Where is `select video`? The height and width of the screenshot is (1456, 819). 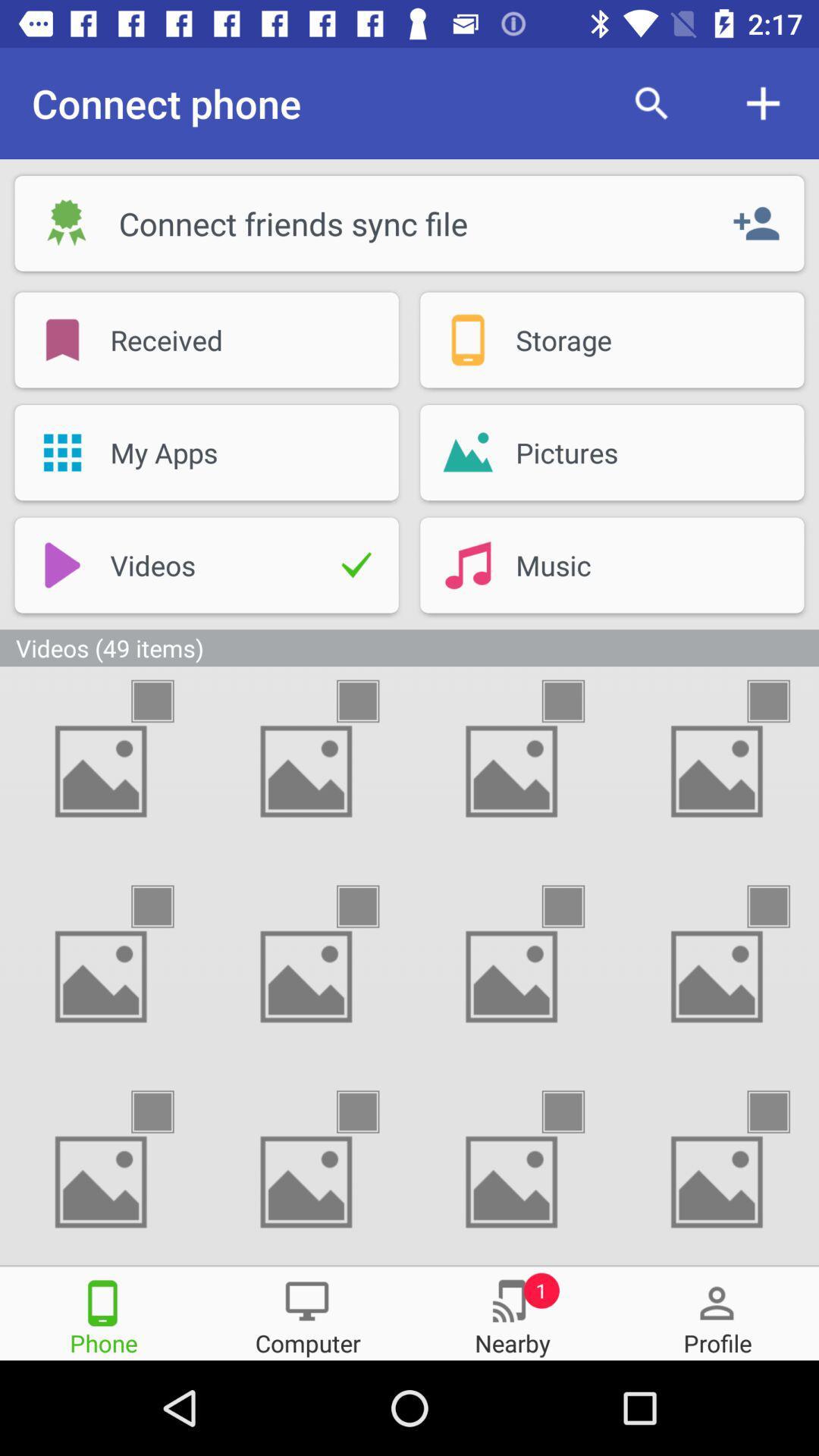 select video is located at coordinates (372, 1112).